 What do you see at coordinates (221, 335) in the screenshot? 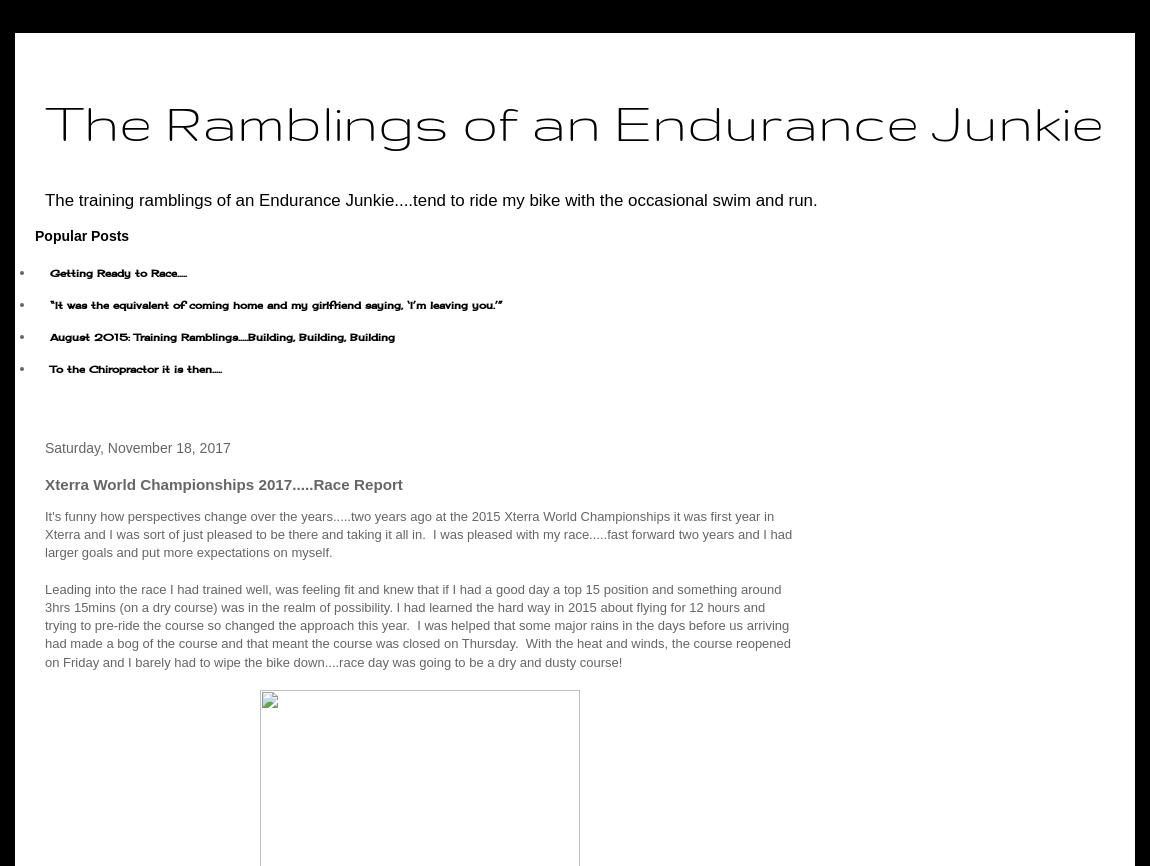
I see `'August 2015: Training Ramblings.....Building, Building, Building'` at bounding box center [221, 335].